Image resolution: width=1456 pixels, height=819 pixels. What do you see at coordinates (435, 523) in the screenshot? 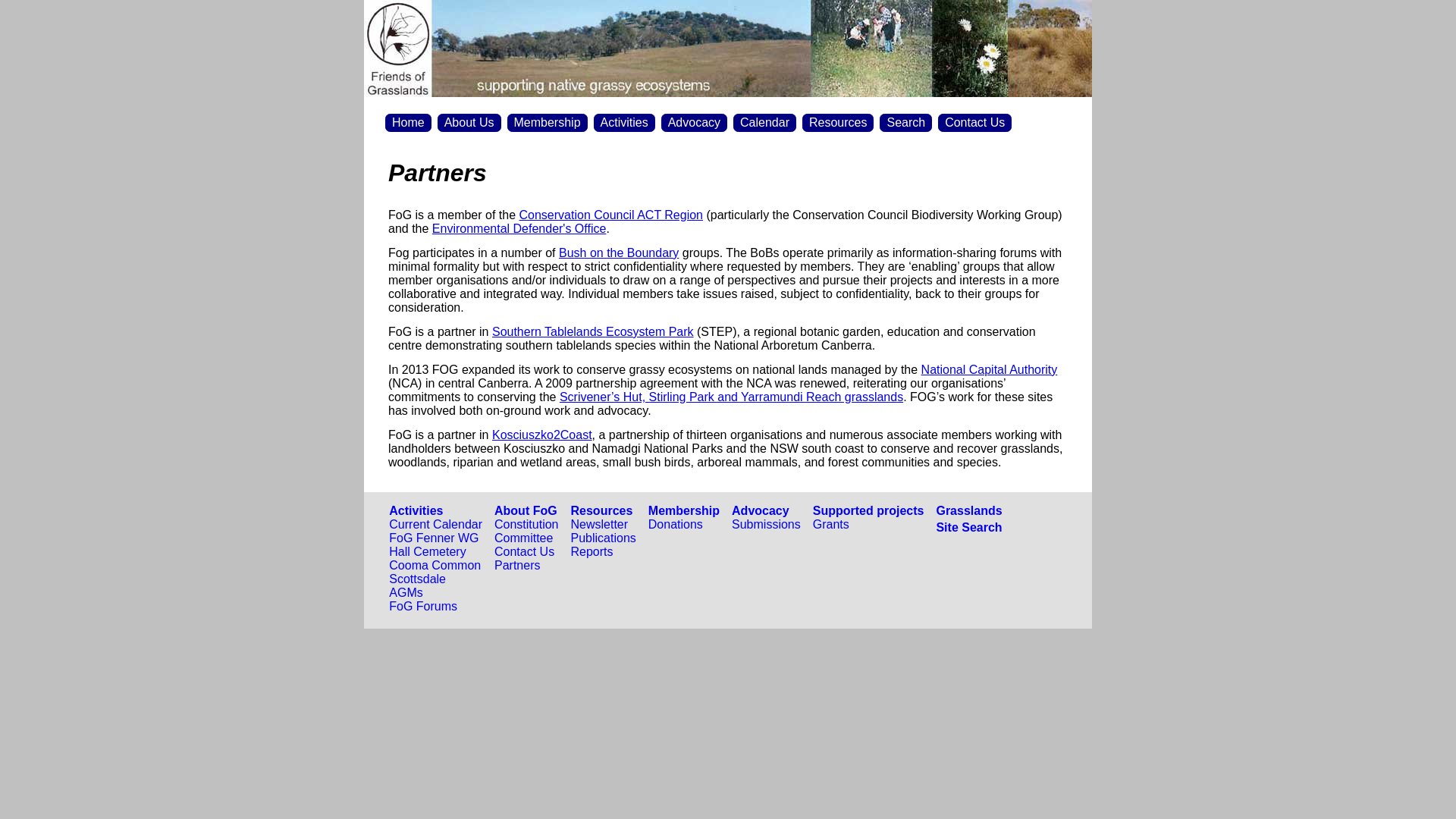
I see `'Current Calendar'` at bounding box center [435, 523].